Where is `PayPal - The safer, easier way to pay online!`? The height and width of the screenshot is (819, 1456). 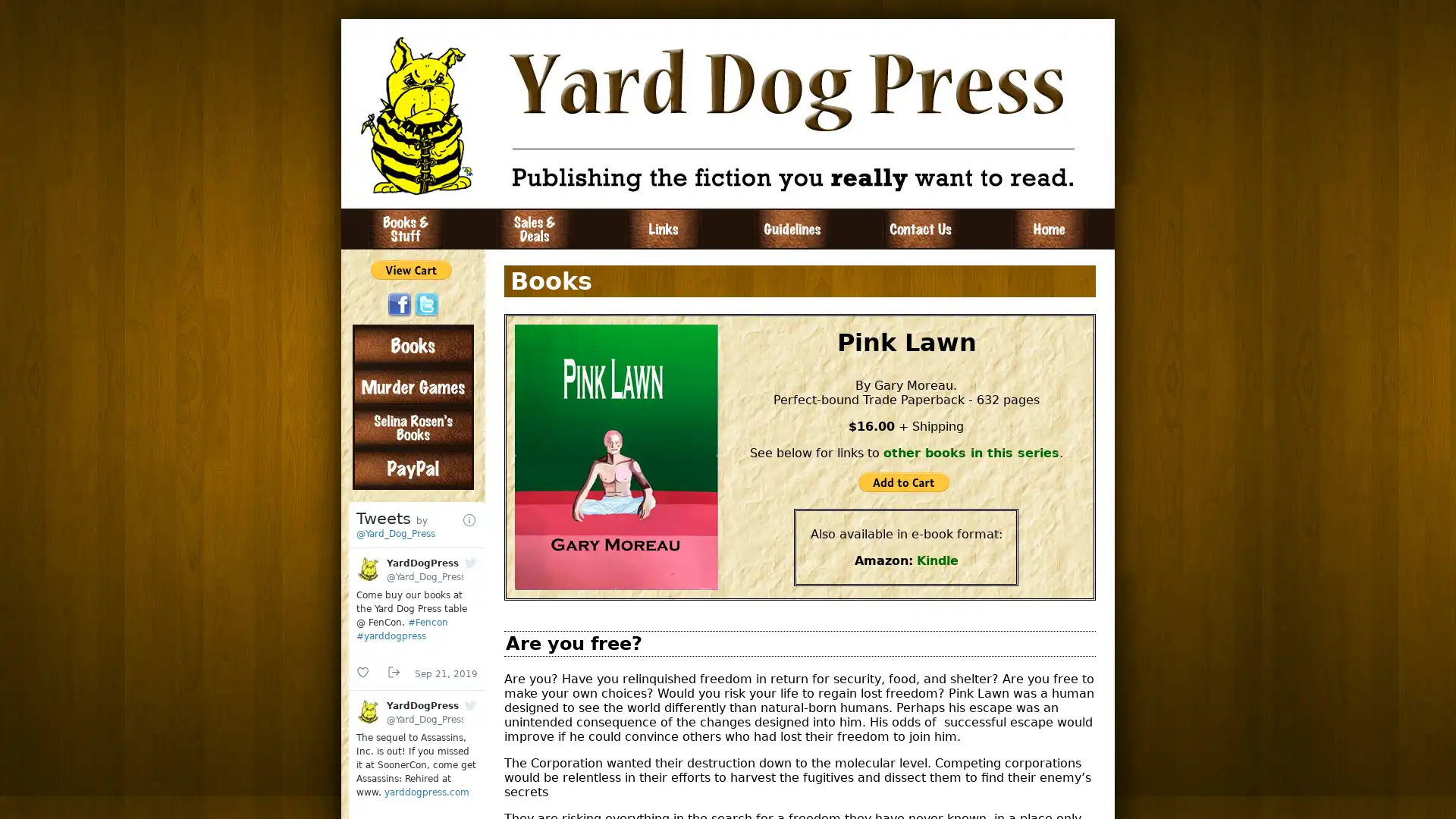
PayPal - The safer, easier way to pay online! is located at coordinates (903, 482).